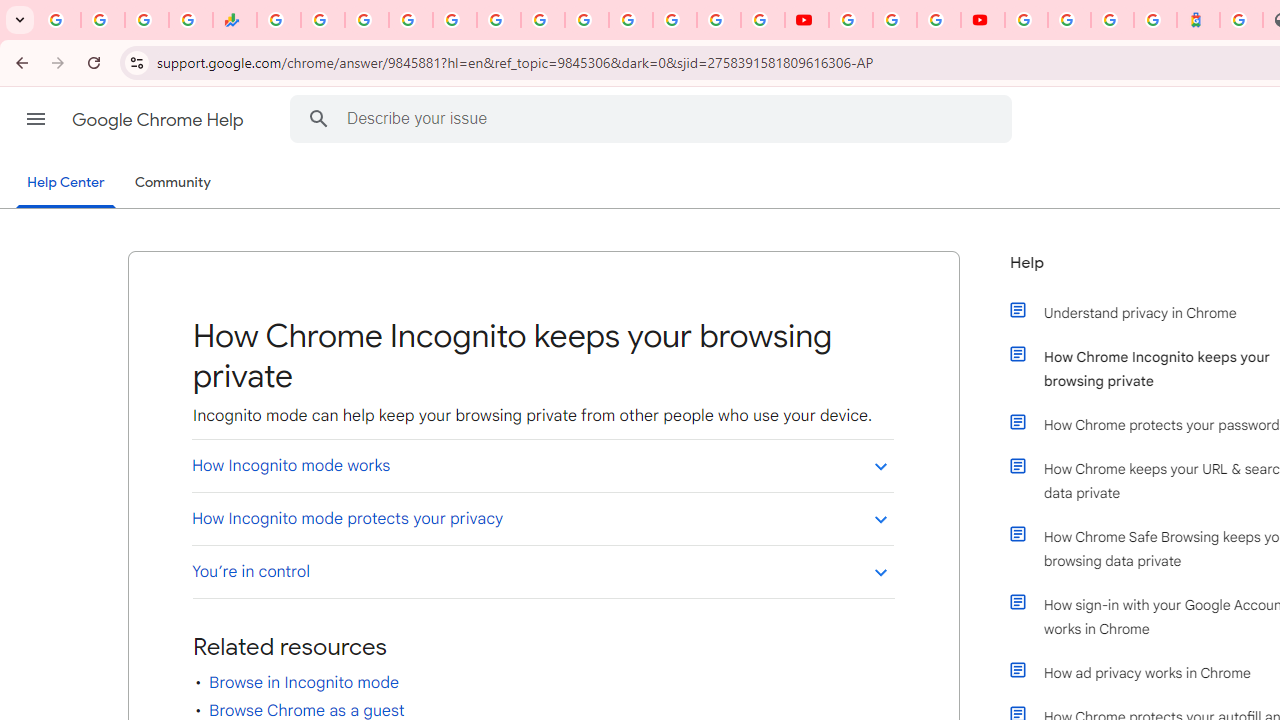  Describe the element at coordinates (172, 183) in the screenshot. I see `'Community'` at that location.